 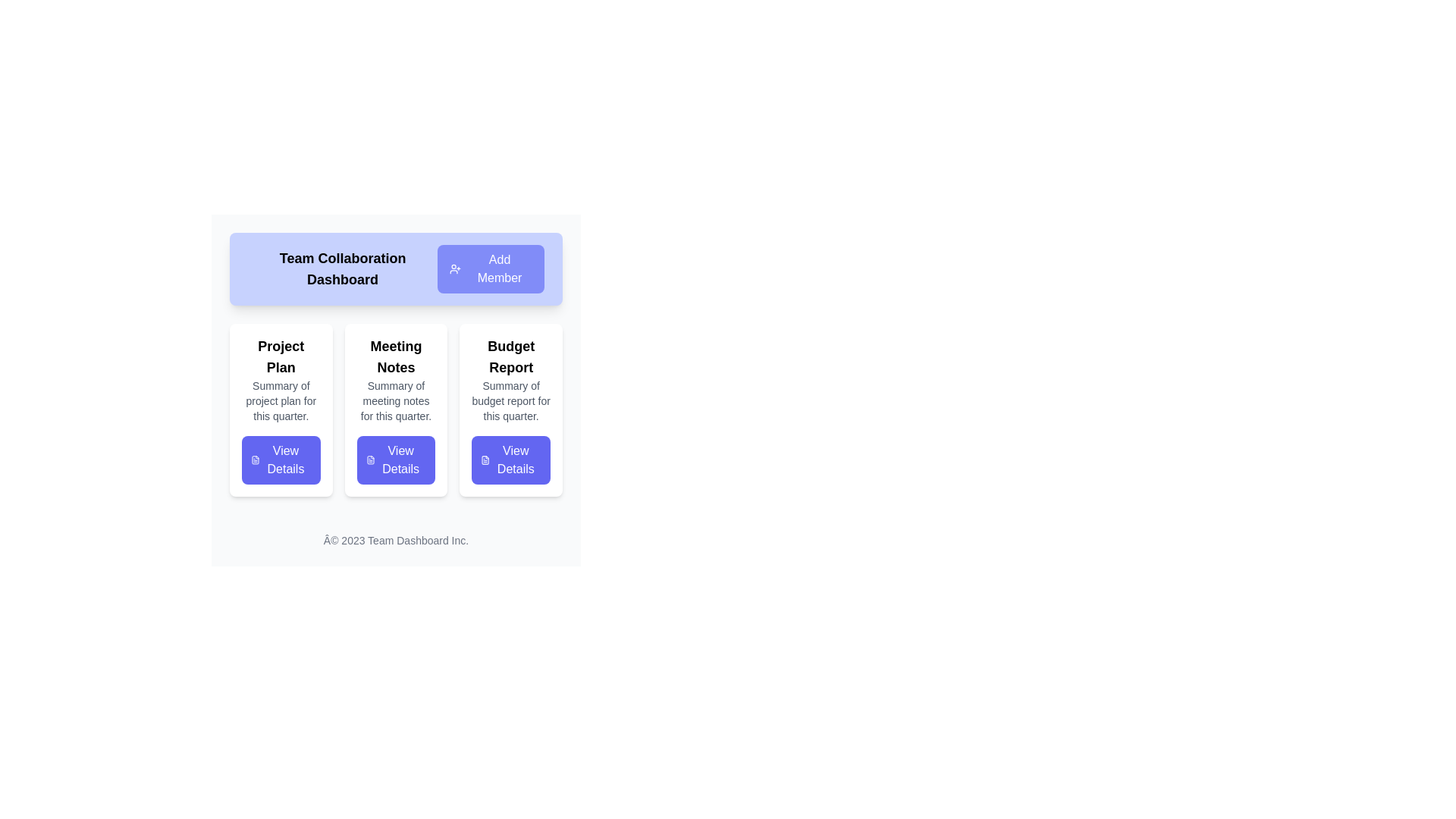 What do you see at coordinates (396, 409) in the screenshot?
I see `the 'View Details' button on the 'Meeting Notes' card, which is the second card in a row of three with a white background and a purple button` at bounding box center [396, 409].